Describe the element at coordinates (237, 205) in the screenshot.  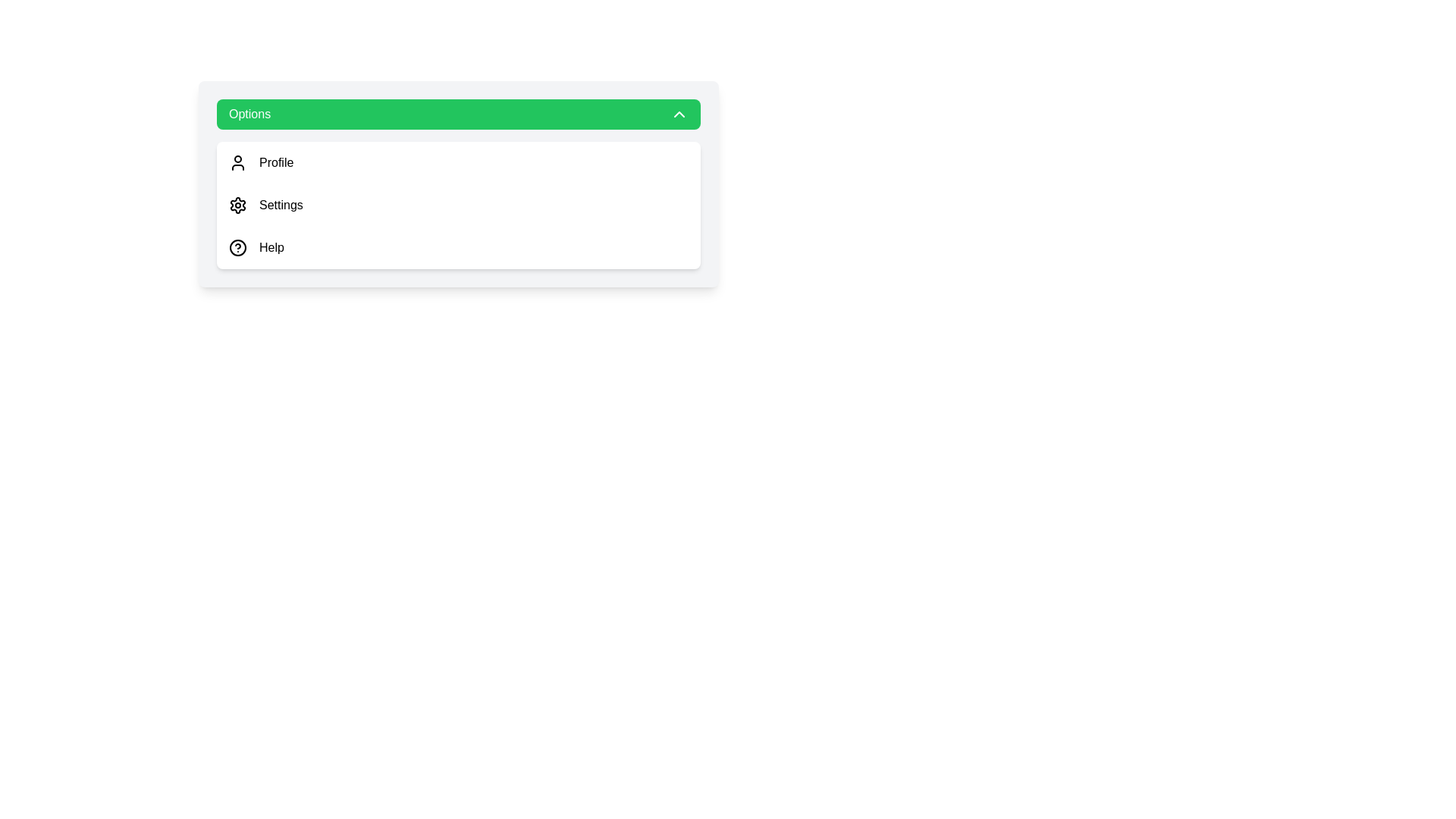
I see `the gear-shaped settings icon that is adjacent to the text 'Settings' in the 'Options' list` at that location.